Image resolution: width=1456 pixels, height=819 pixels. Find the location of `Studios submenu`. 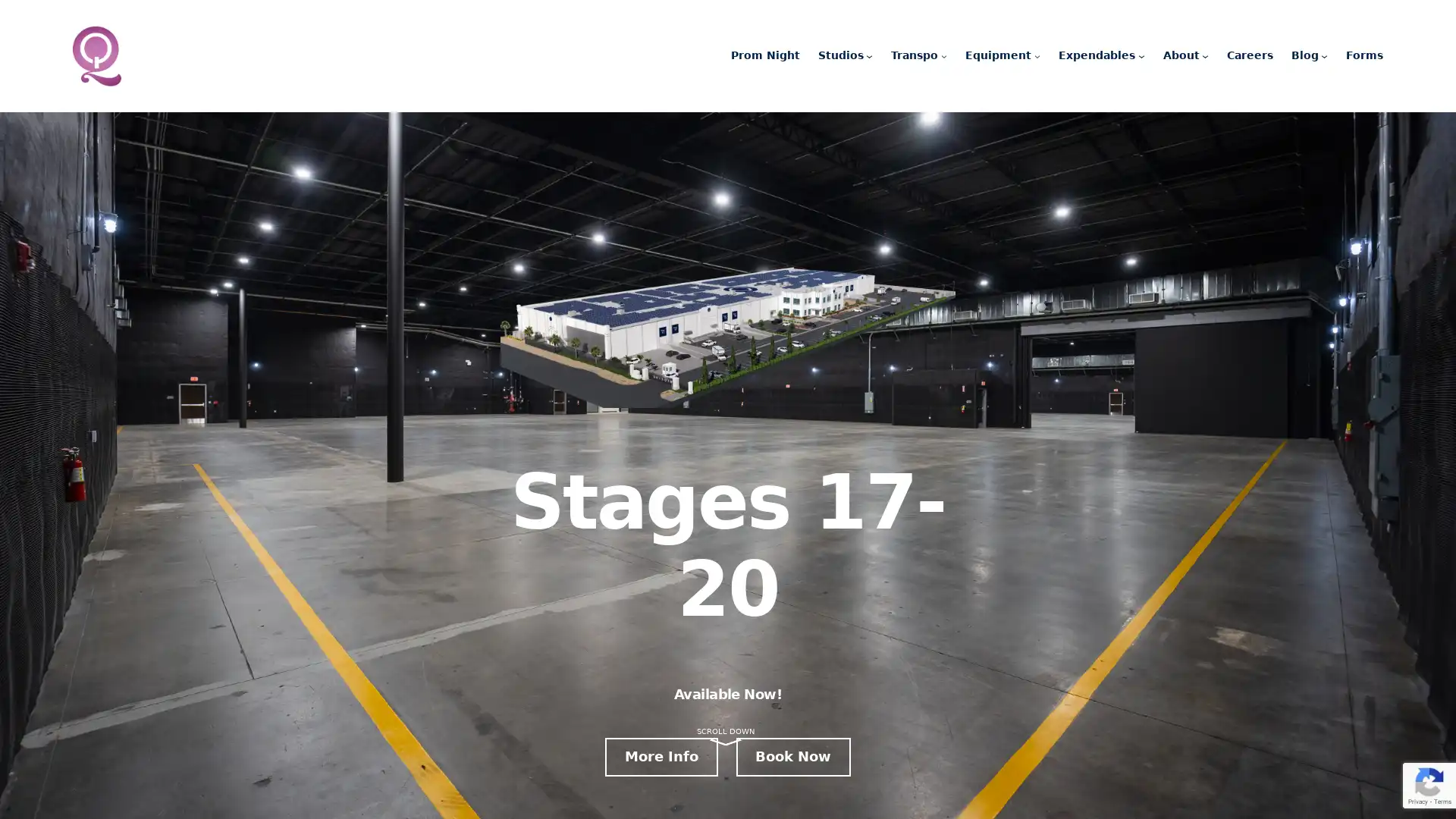

Studios submenu is located at coordinates (869, 55).